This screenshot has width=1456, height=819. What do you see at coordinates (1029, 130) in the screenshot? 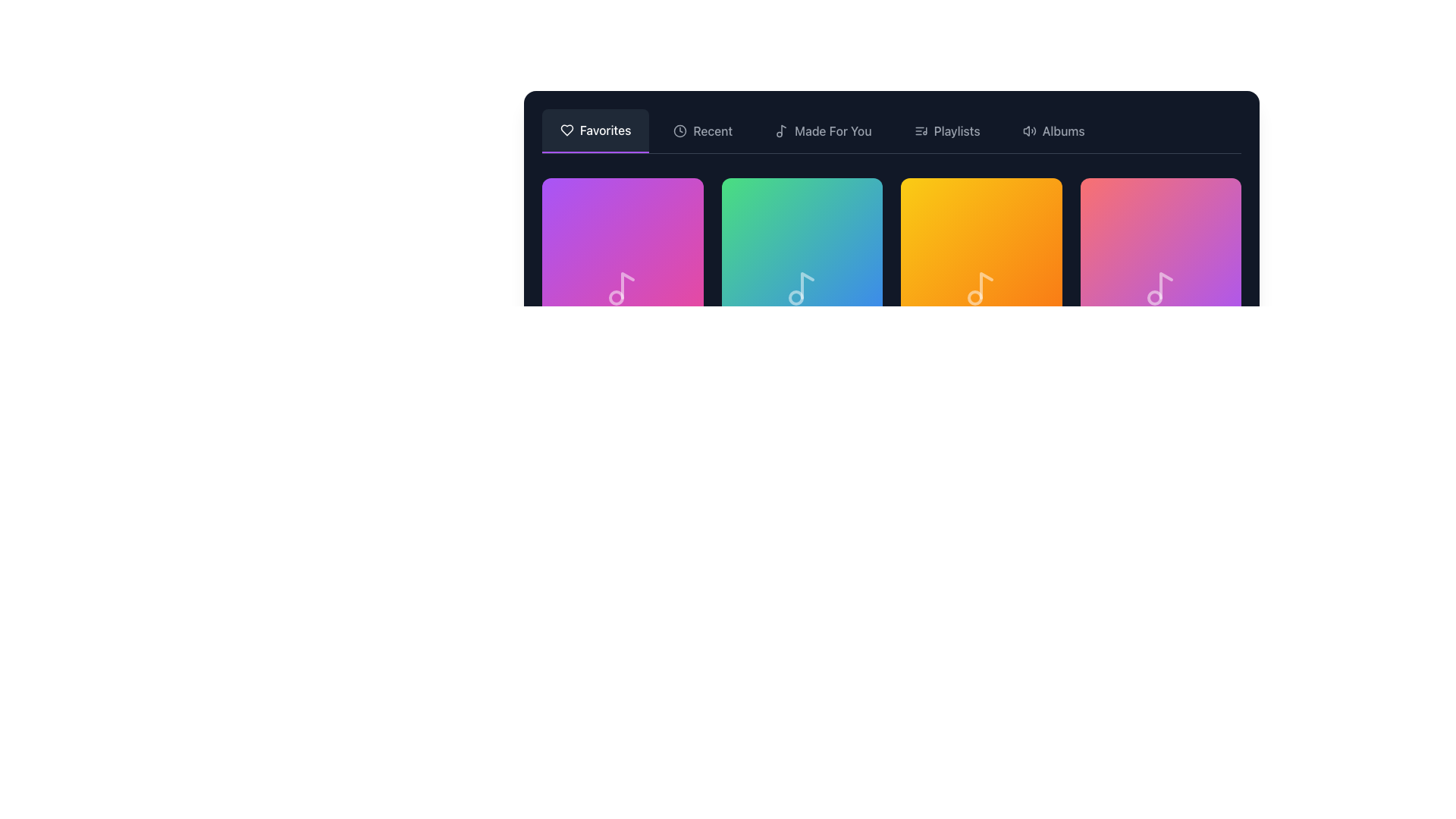
I see `the 'Albums' menu option, which is represented by an icon located at the rightmost position in the horizontal list of menu options` at bounding box center [1029, 130].